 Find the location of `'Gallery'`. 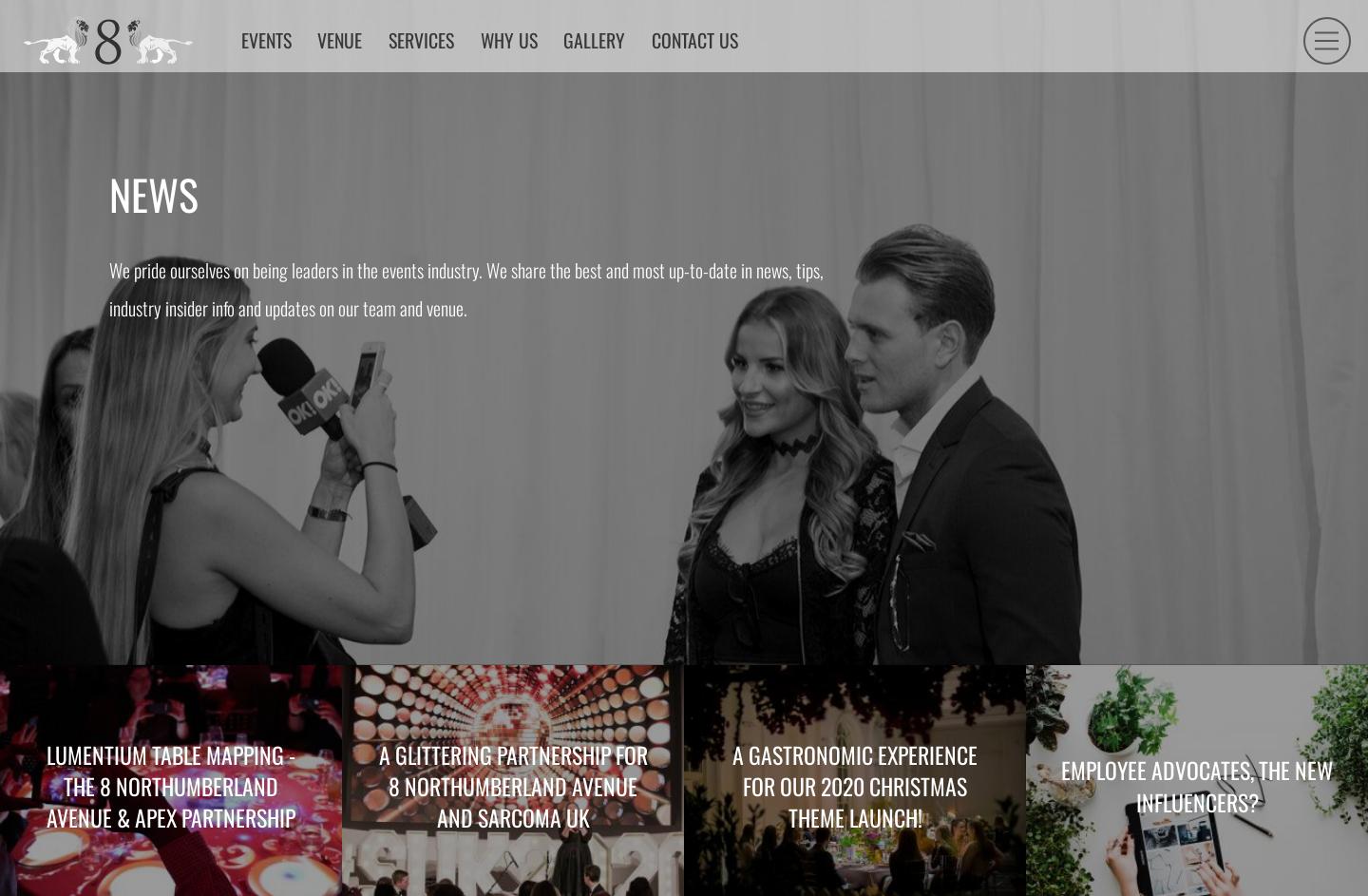

'Gallery' is located at coordinates (680, 89).